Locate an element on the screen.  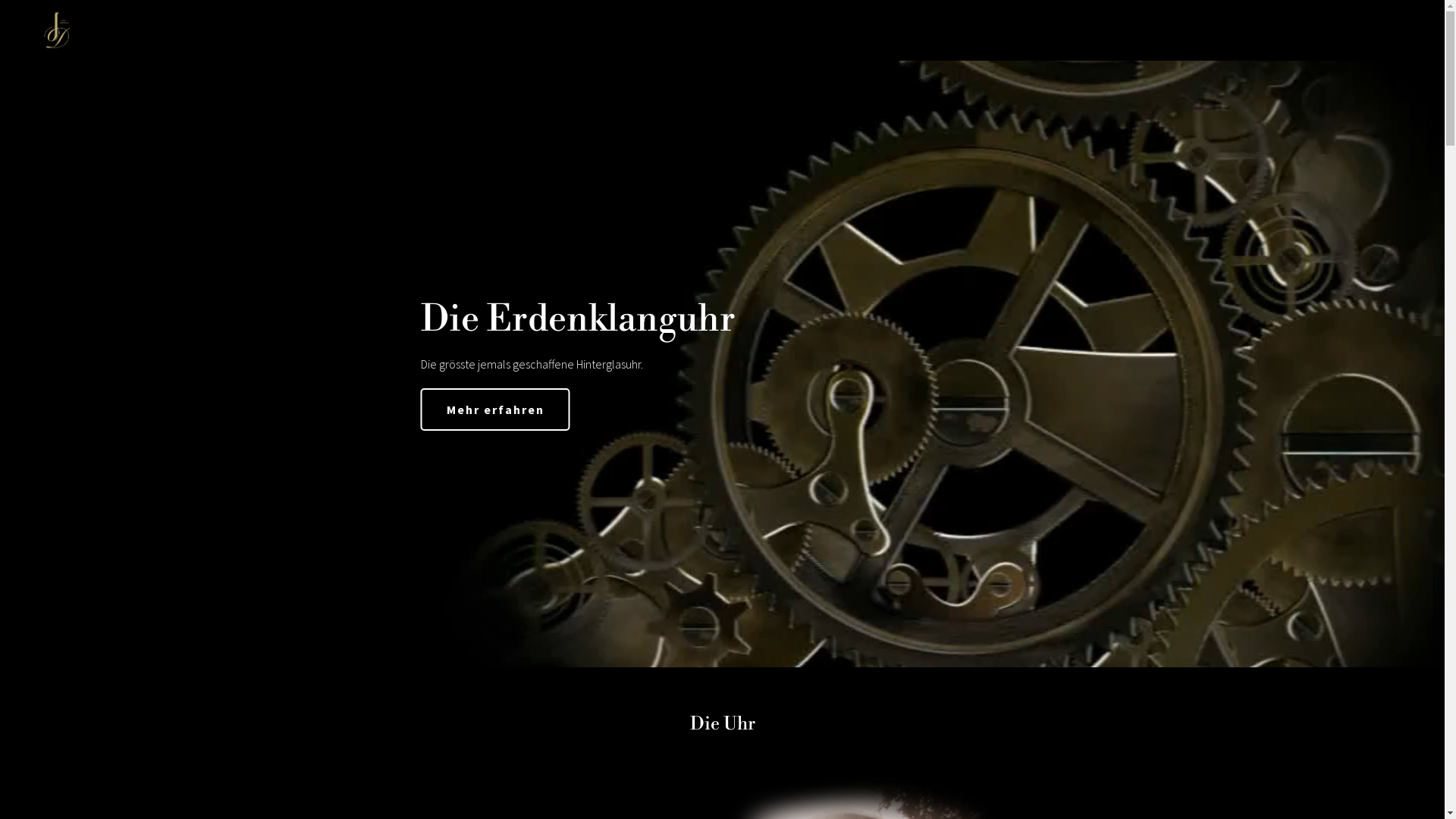
'Mehr erfahren' is located at coordinates (494, 409).